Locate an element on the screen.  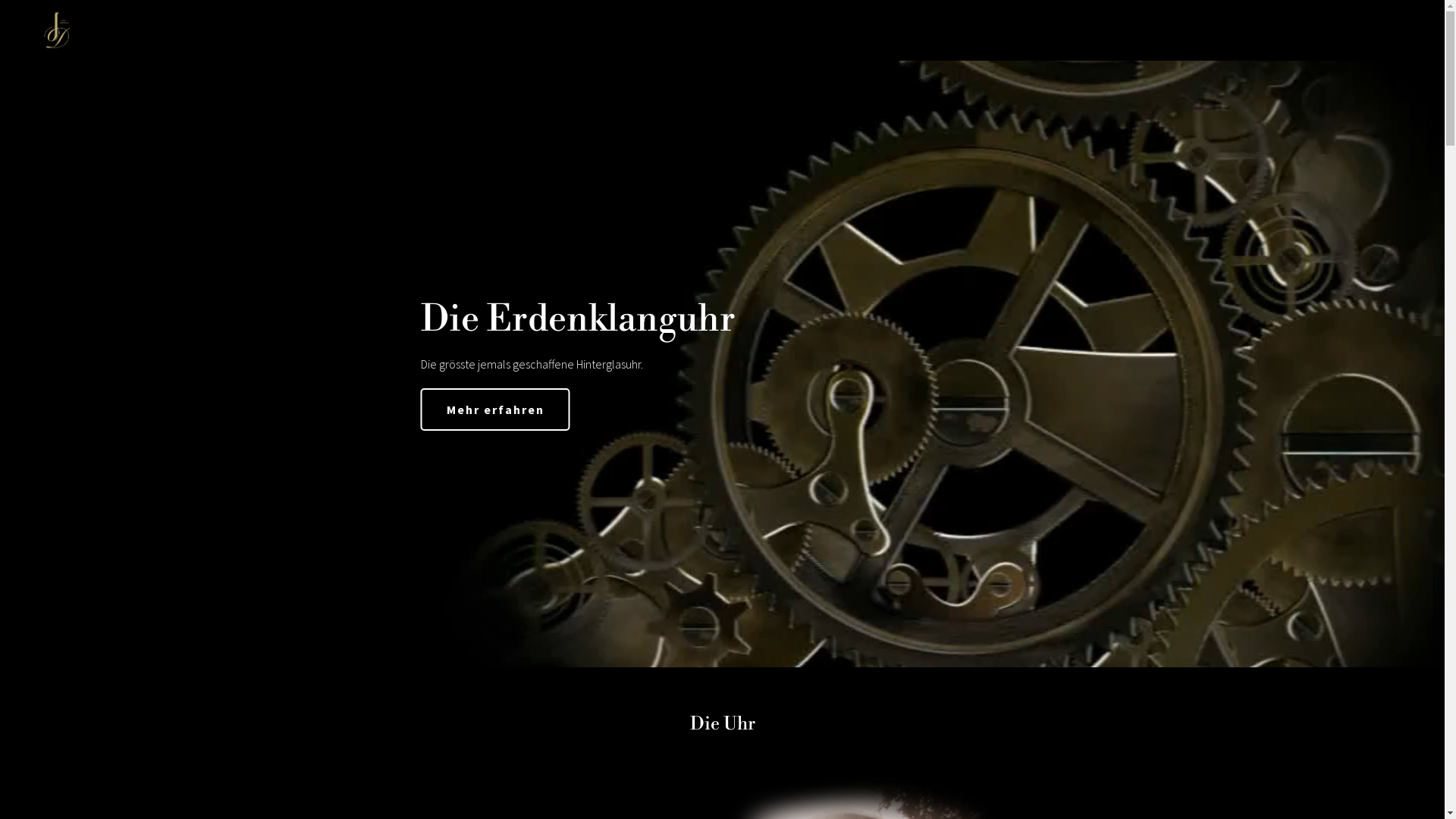
'Mehr erfahren' is located at coordinates (494, 409).